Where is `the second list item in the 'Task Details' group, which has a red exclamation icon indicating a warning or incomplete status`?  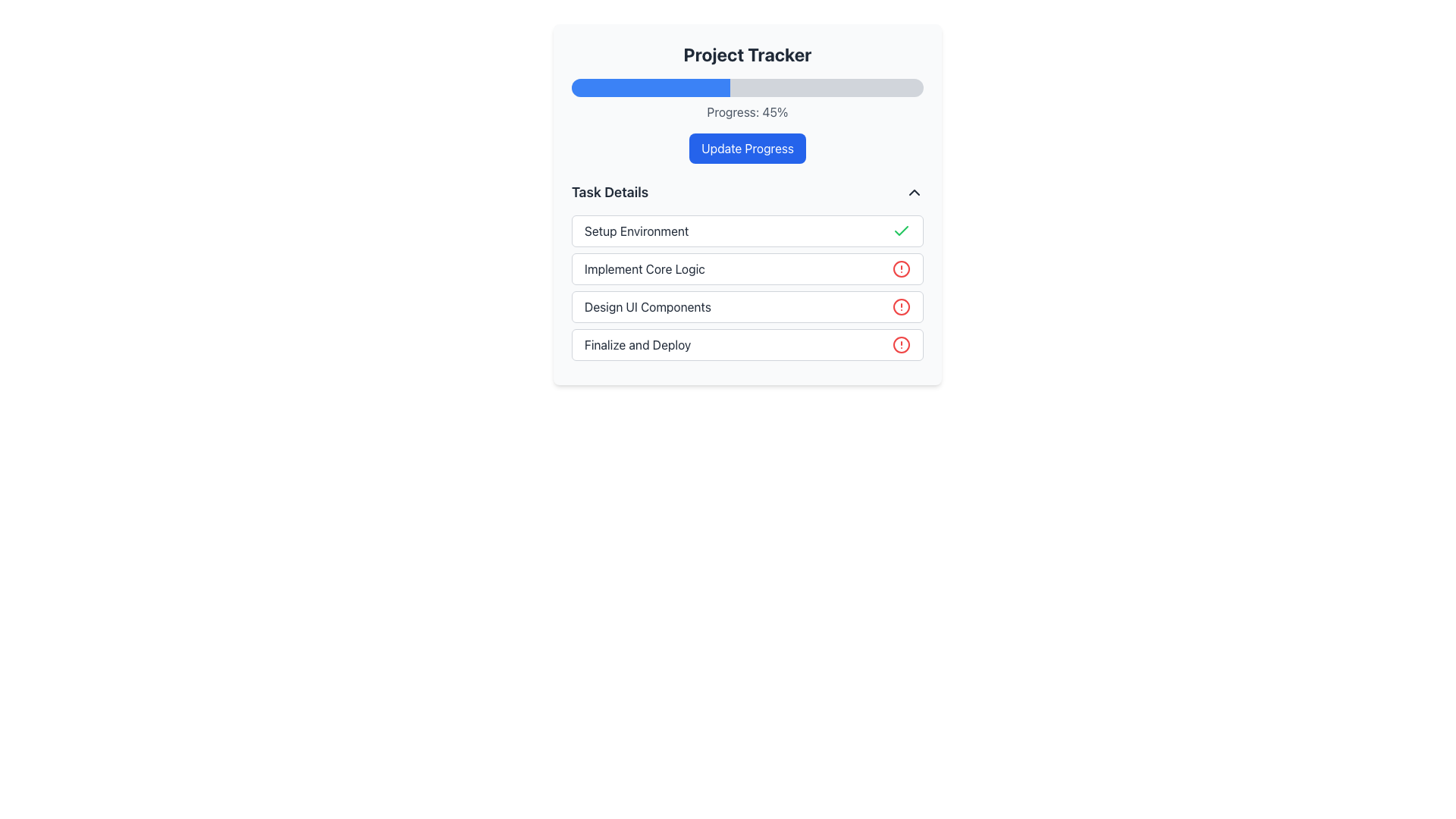 the second list item in the 'Task Details' group, which has a red exclamation icon indicating a warning or incomplete status is located at coordinates (747, 268).